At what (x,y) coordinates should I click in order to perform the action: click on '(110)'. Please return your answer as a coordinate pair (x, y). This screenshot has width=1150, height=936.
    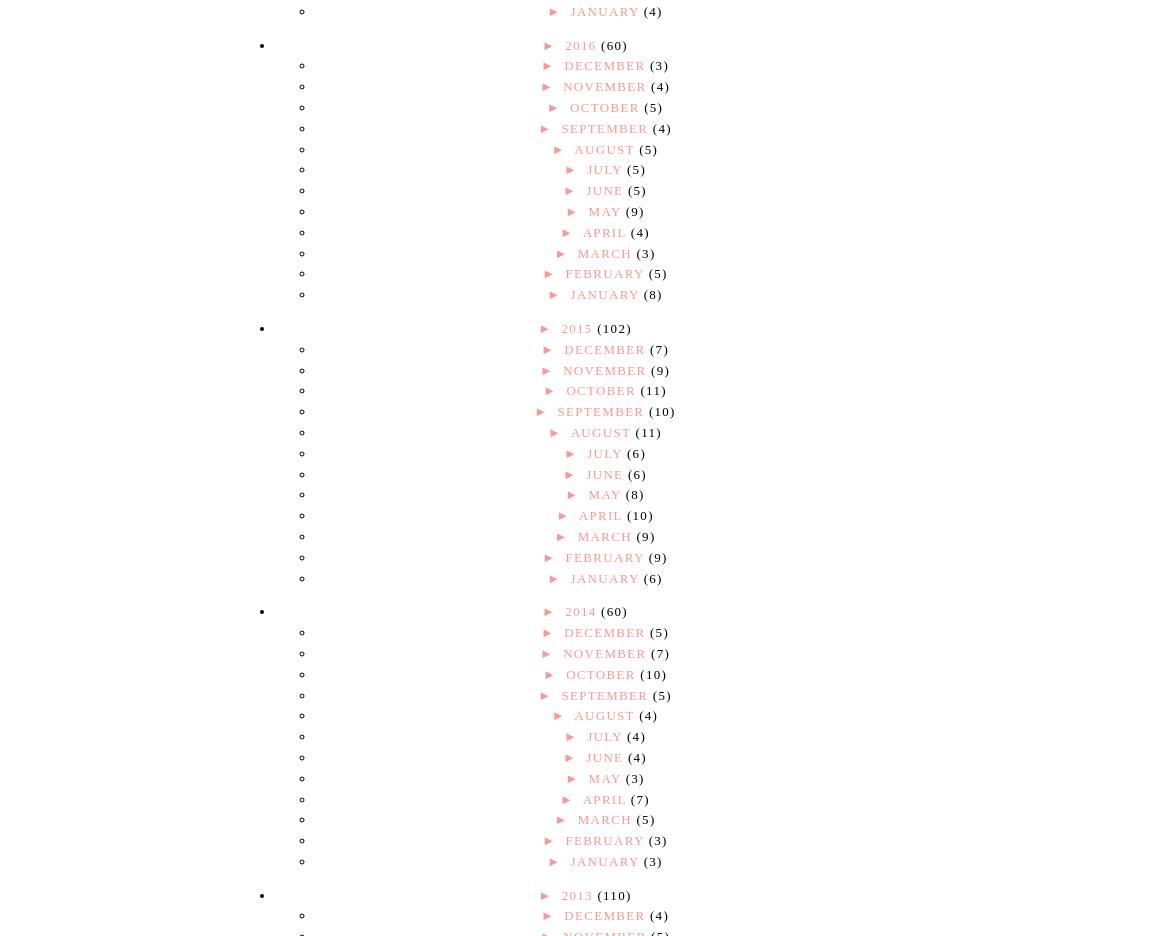
    Looking at the image, I should click on (595, 893).